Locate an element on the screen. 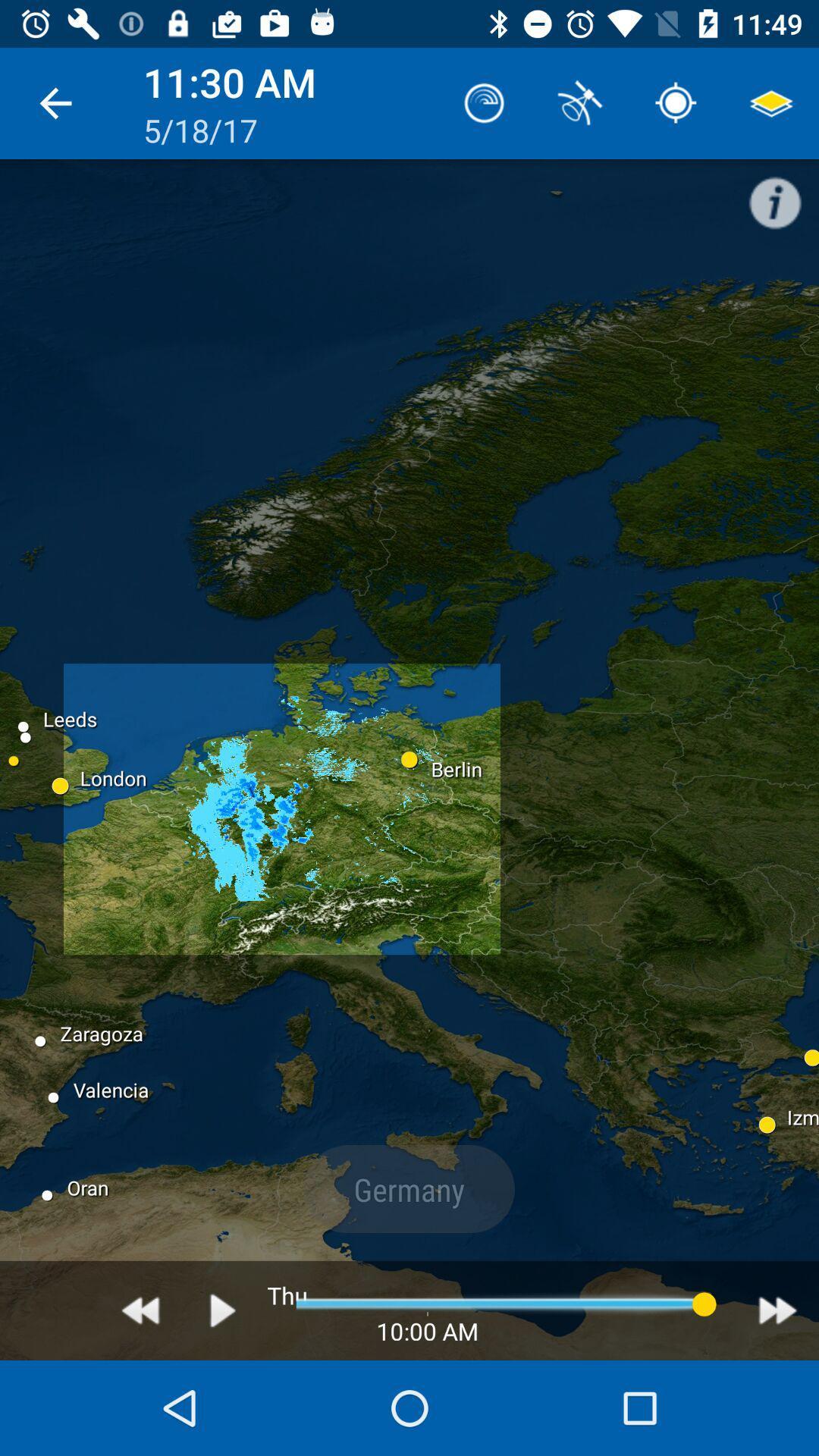  icon to the right of 11:30 am icon is located at coordinates (485, 102).